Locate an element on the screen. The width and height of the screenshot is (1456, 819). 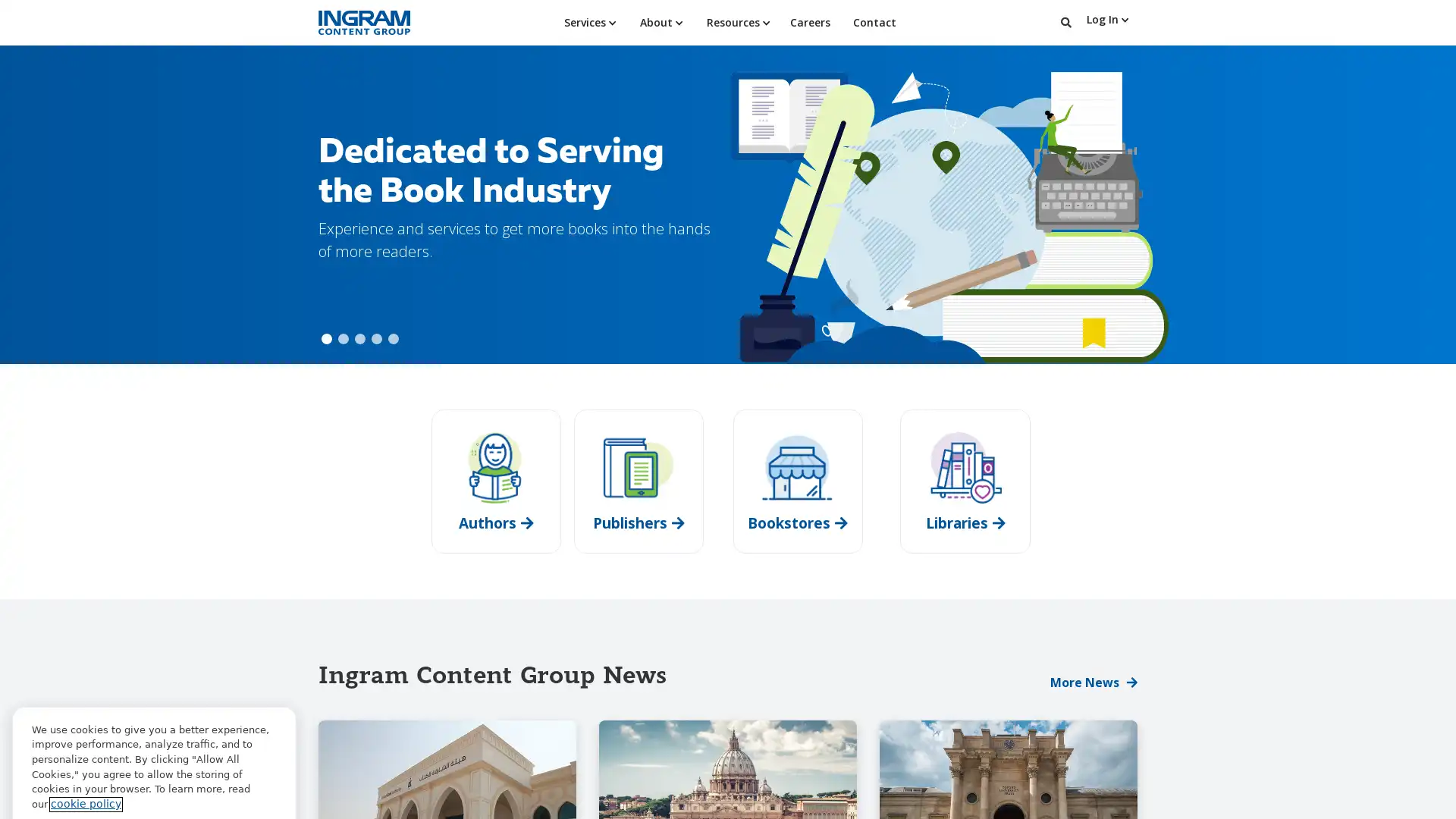
Cookie Preferences is located at coordinates (154, 778).